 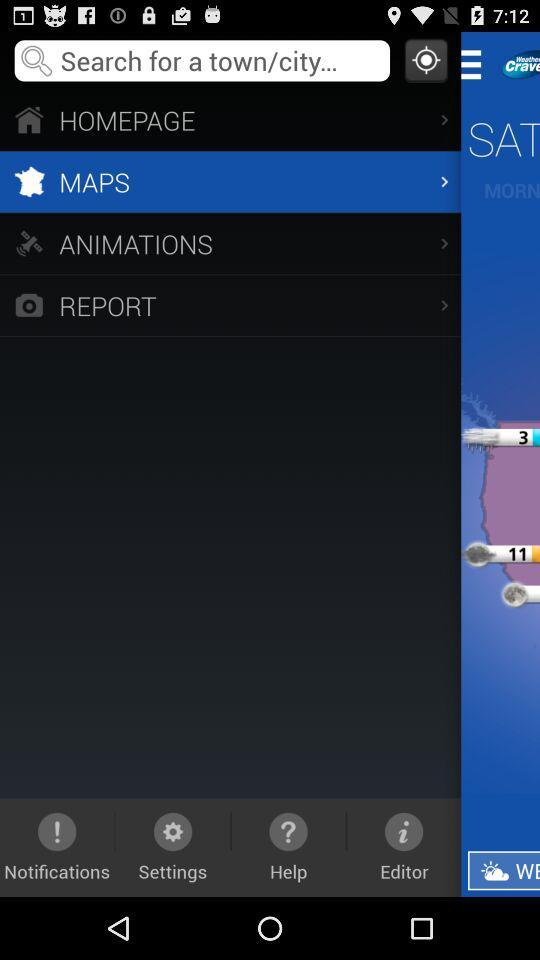 I want to click on information about the app, so click(x=517, y=64).